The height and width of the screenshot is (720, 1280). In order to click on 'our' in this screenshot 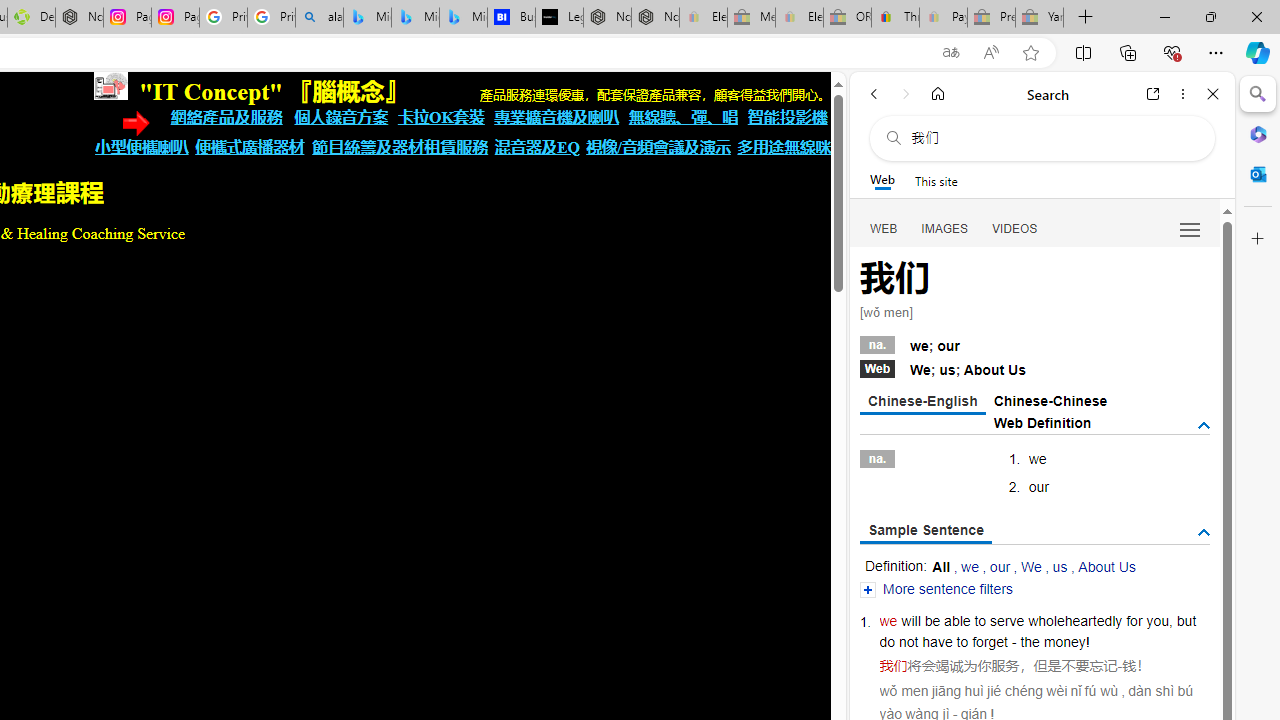, I will do `click(1000, 567)`.